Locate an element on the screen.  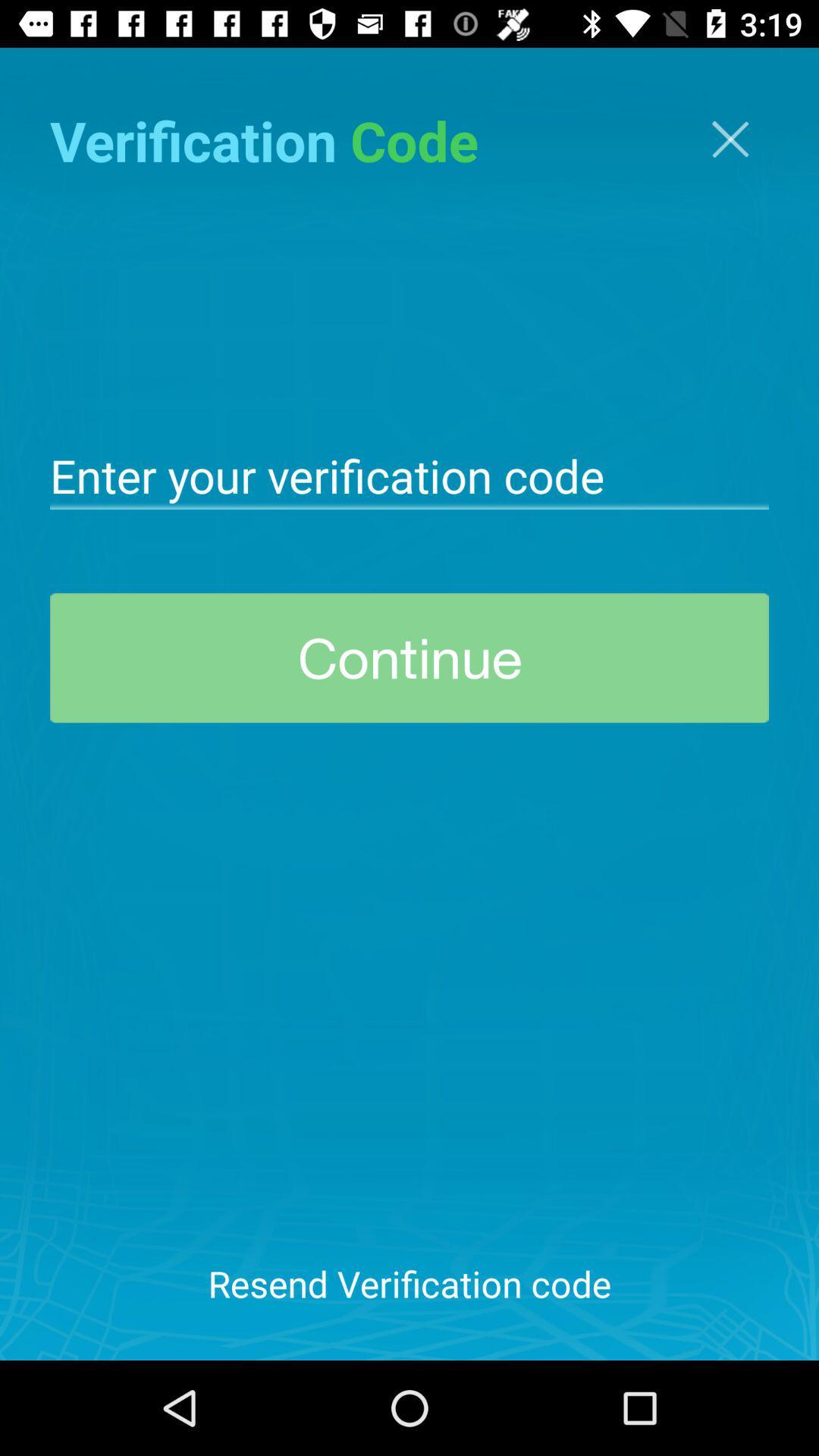
type down verification code is located at coordinates (409, 473).